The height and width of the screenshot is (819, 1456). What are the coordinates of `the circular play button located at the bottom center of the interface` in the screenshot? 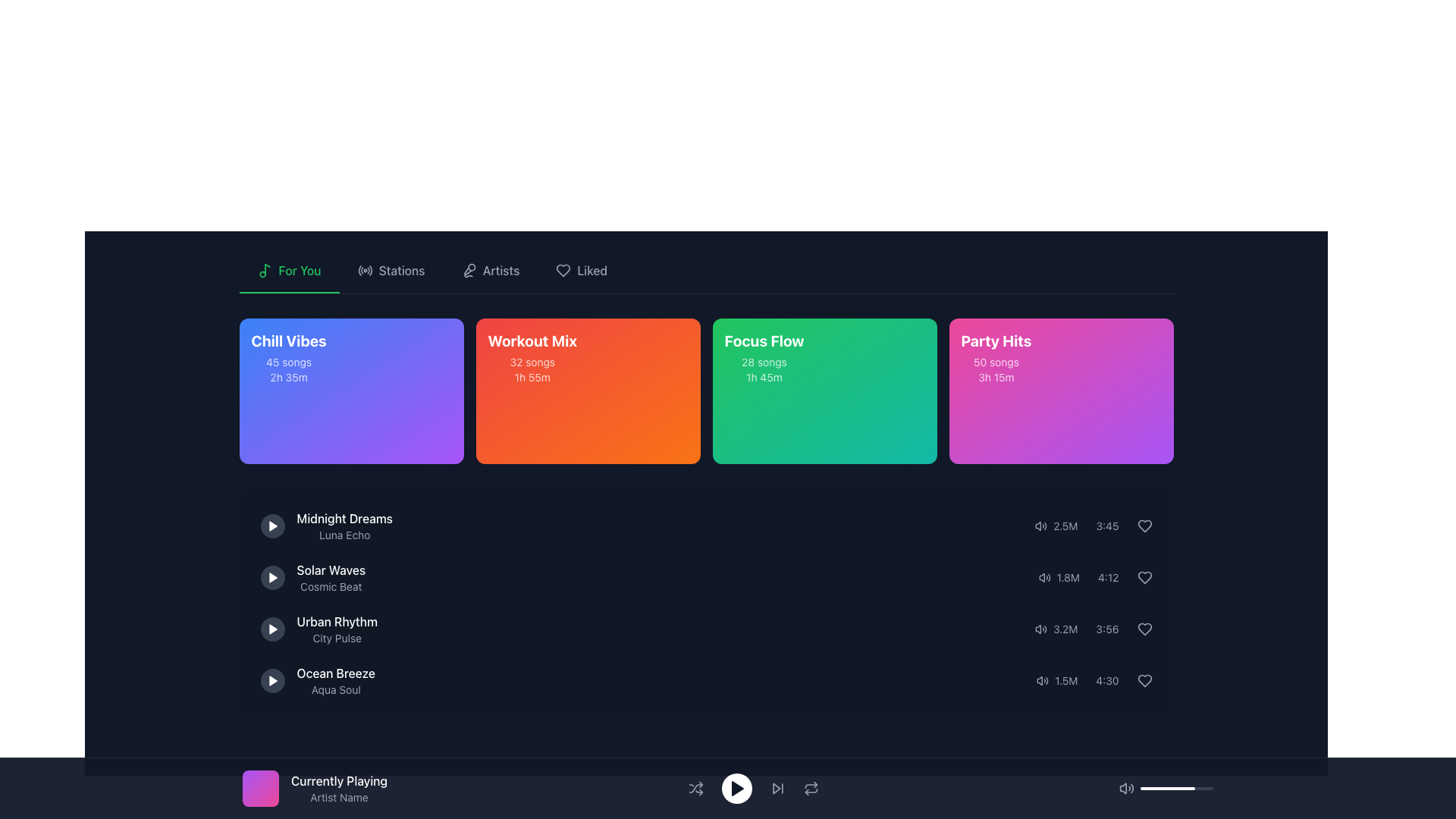 It's located at (736, 788).